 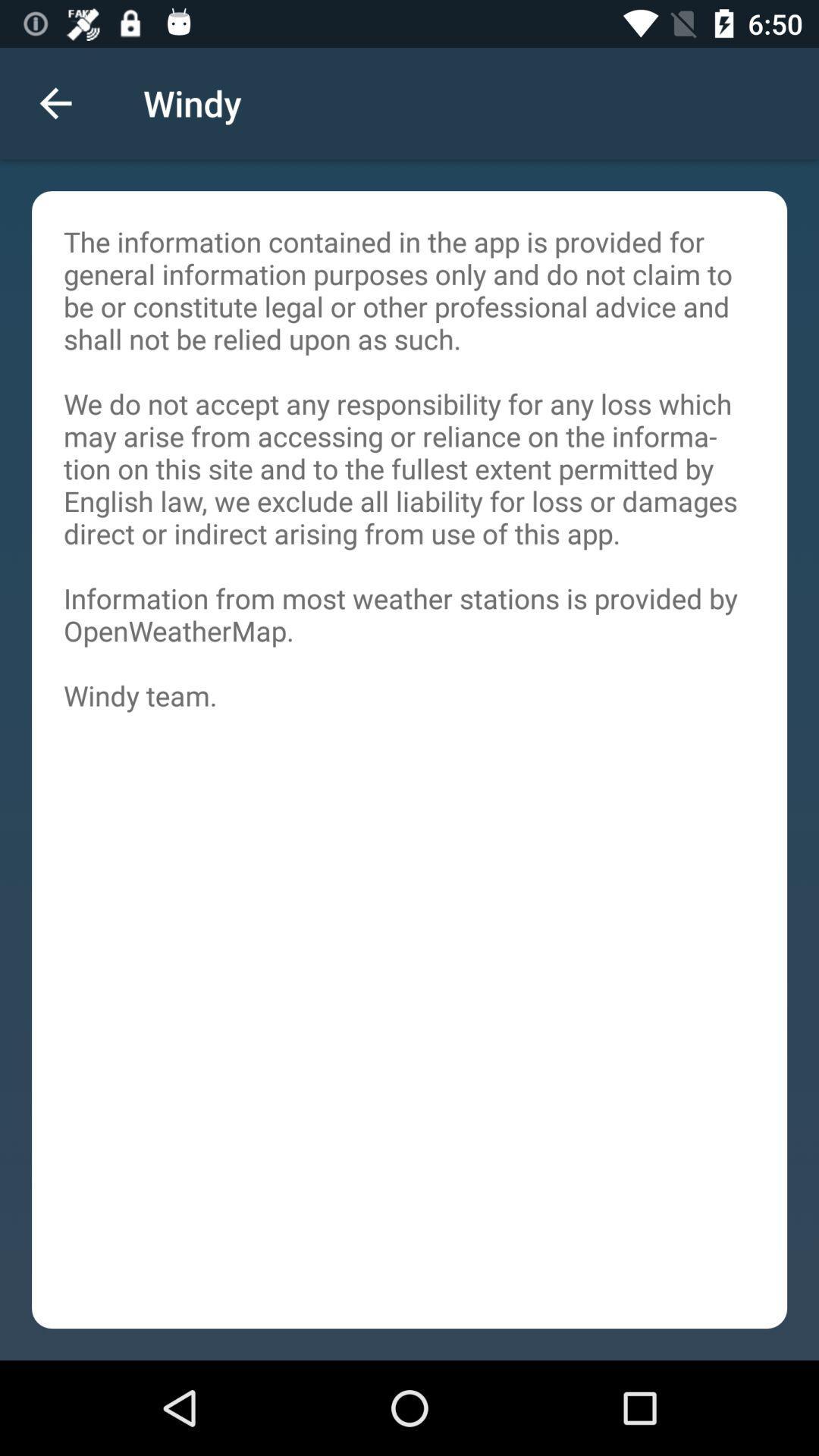 What do you see at coordinates (55, 102) in the screenshot?
I see `the icon above the the information contained` at bounding box center [55, 102].